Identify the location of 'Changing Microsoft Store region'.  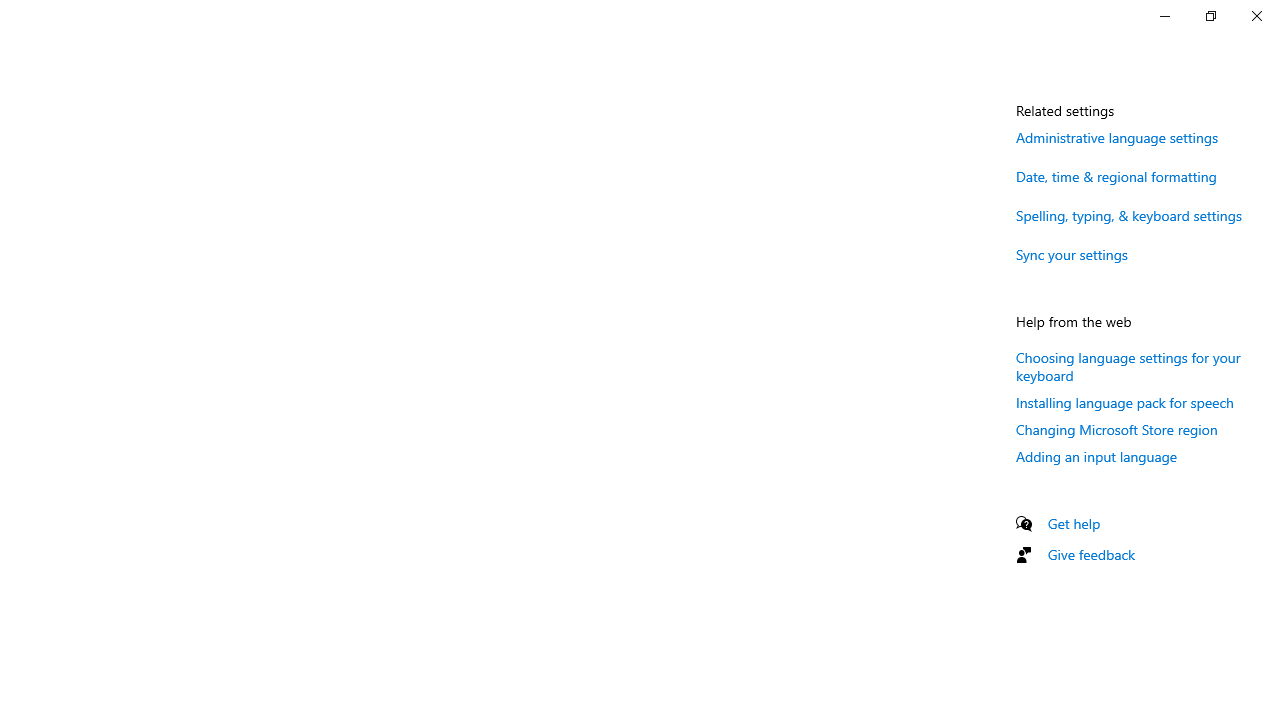
(1116, 428).